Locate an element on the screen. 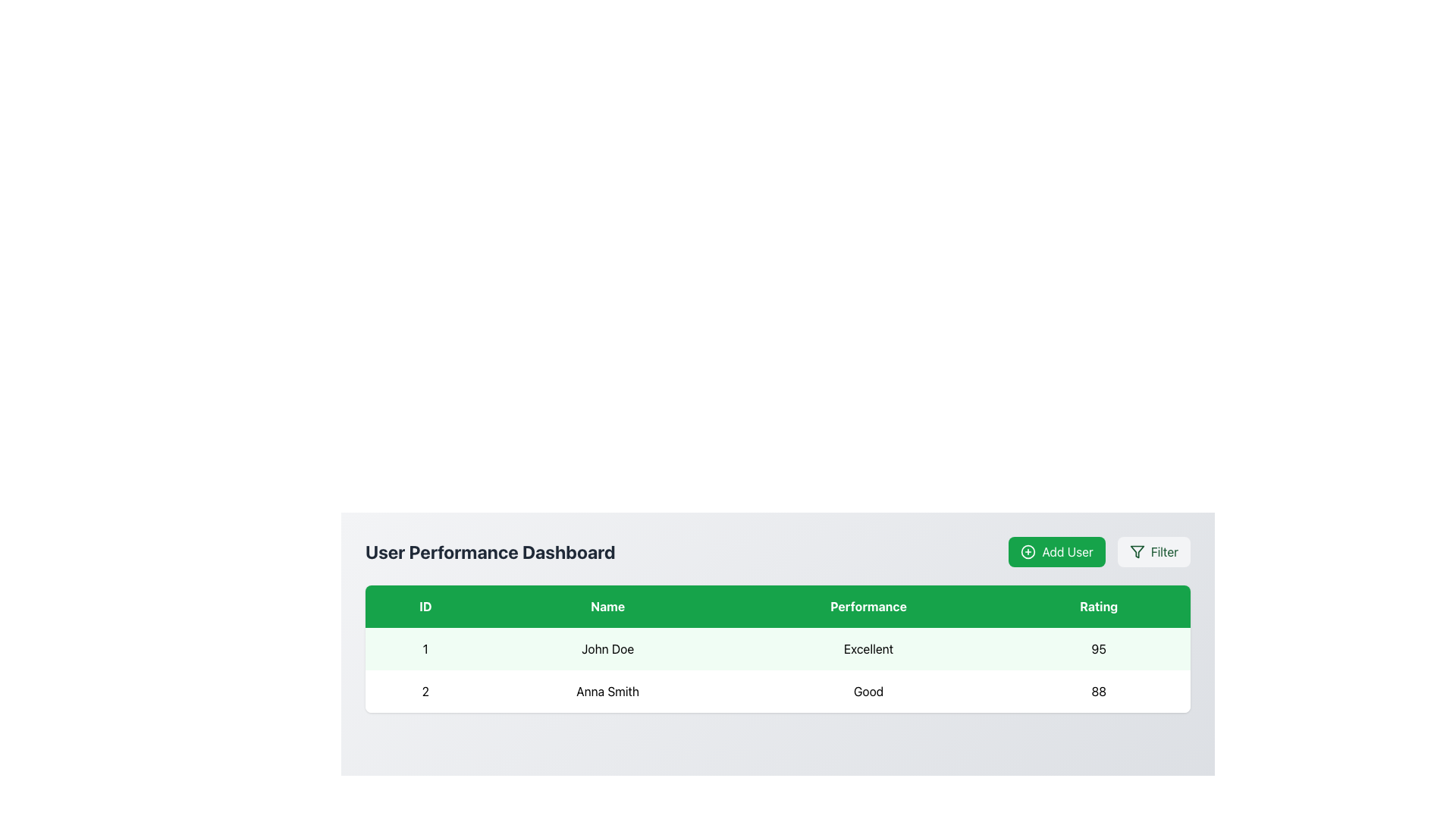 This screenshot has height=819, width=1456. the green 'Add User' button with rounded corners located in the upper right section of the interface is located at coordinates (1056, 552).